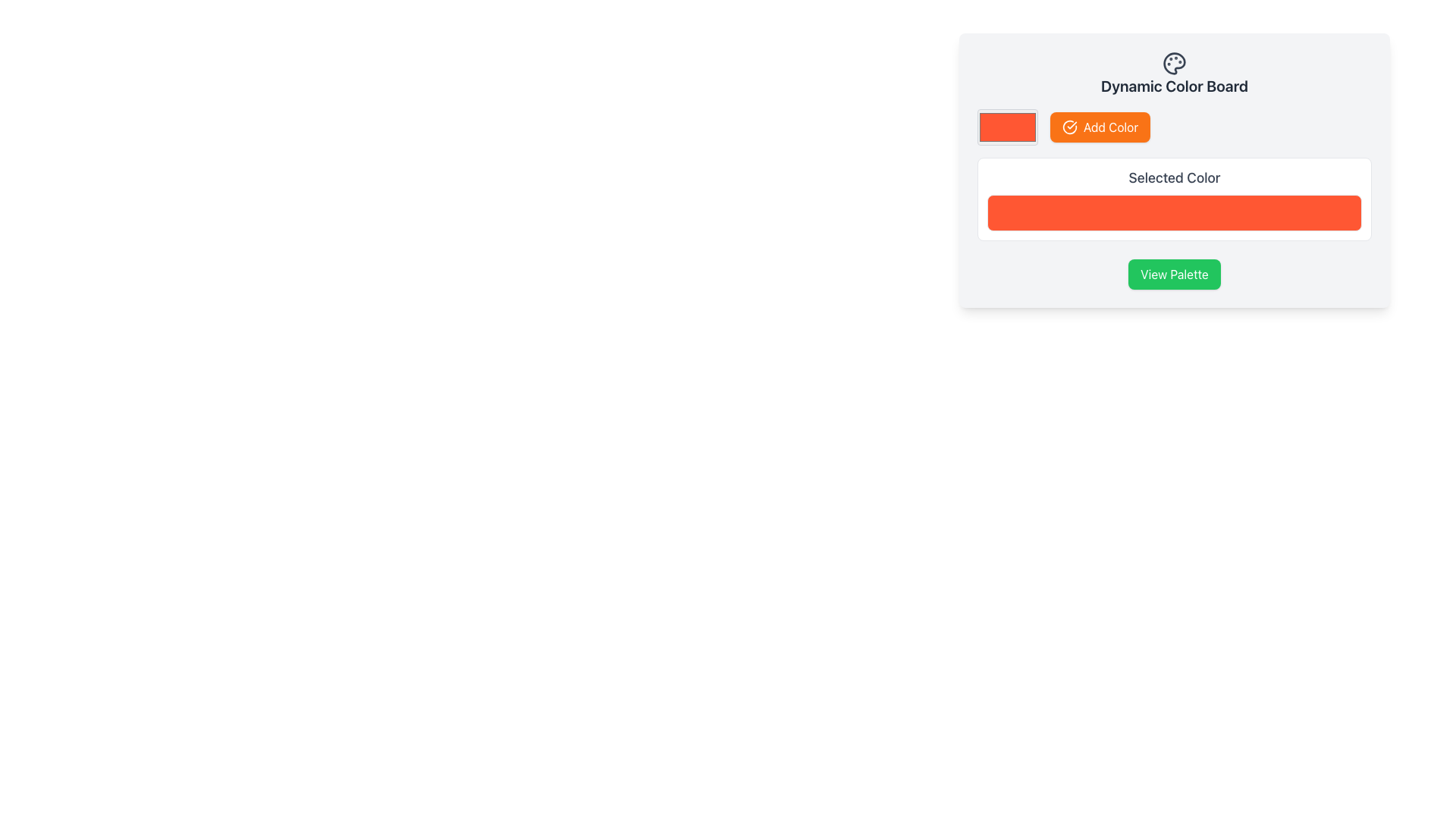 This screenshot has height=819, width=1456. What do you see at coordinates (1100, 127) in the screenshot?
I see `the 'Add Color' button, which has a bright orange background and white text` at bounding box center [1100, 127].